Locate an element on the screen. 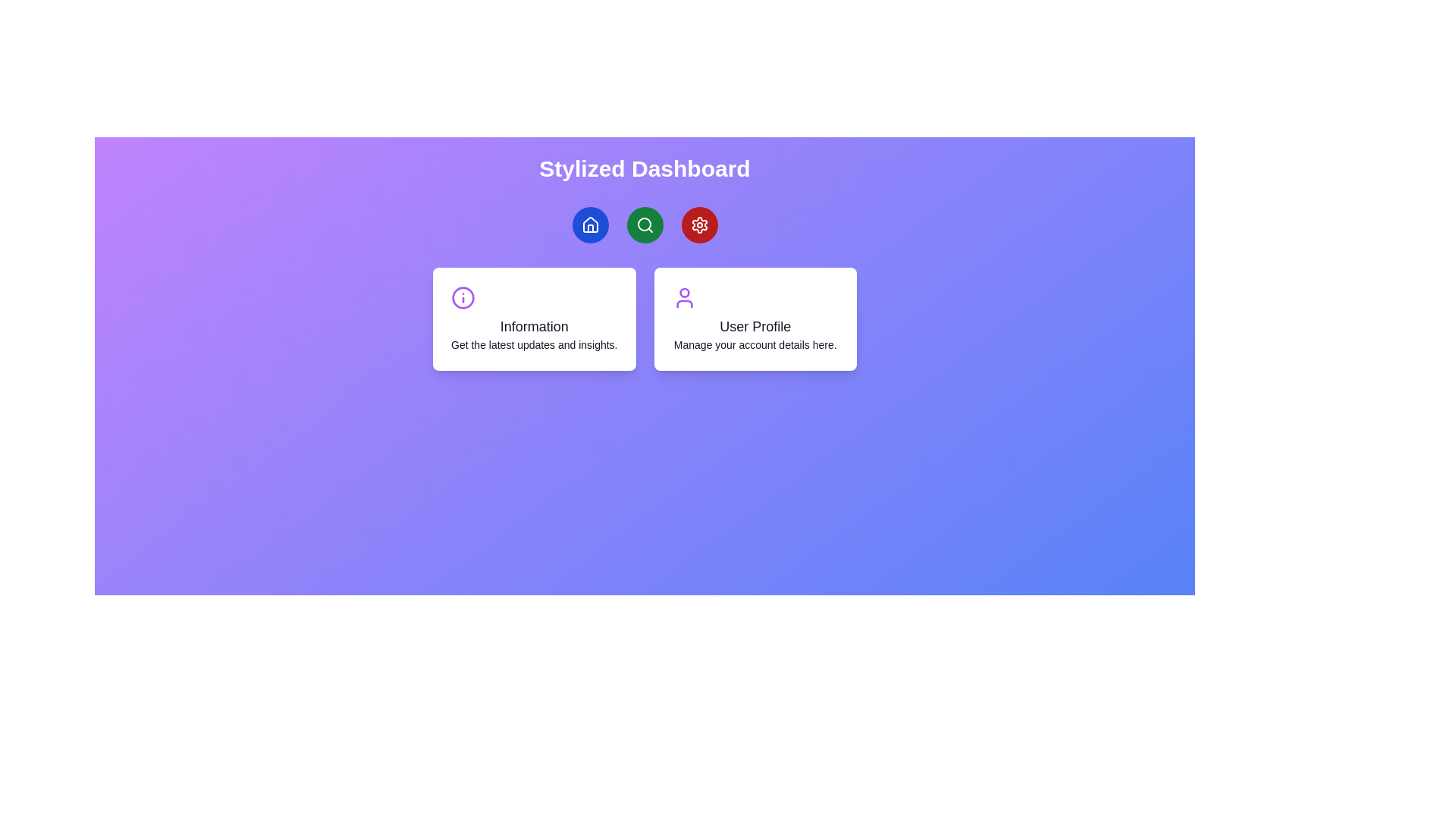 The image size is (1456, 819). the house icon located within the blue circular button at the top center of the dashboard is located at coordinates (589, 224).